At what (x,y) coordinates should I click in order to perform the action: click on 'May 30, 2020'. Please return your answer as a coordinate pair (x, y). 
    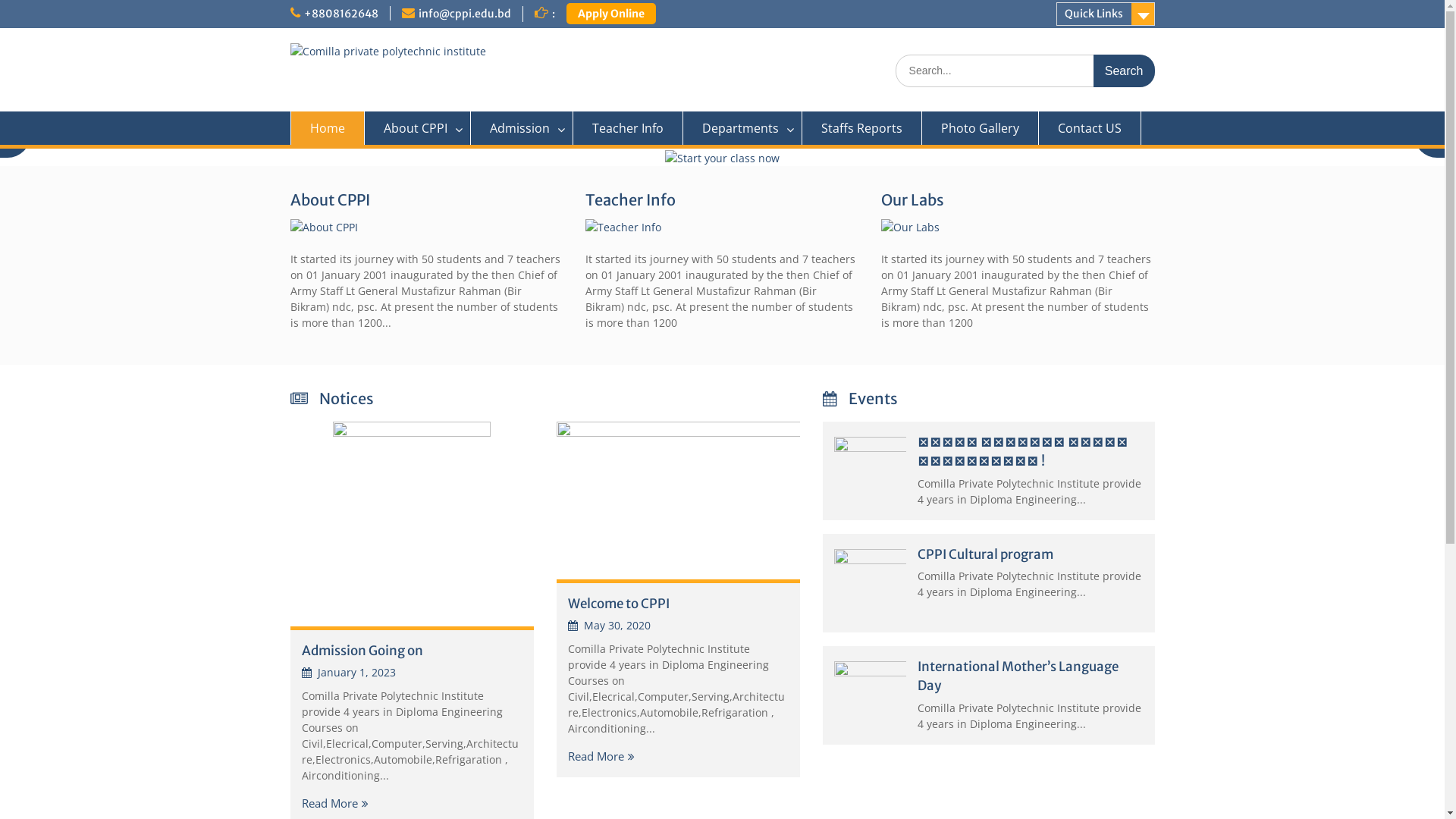
    Looking at the image, I should click on (608, 625).